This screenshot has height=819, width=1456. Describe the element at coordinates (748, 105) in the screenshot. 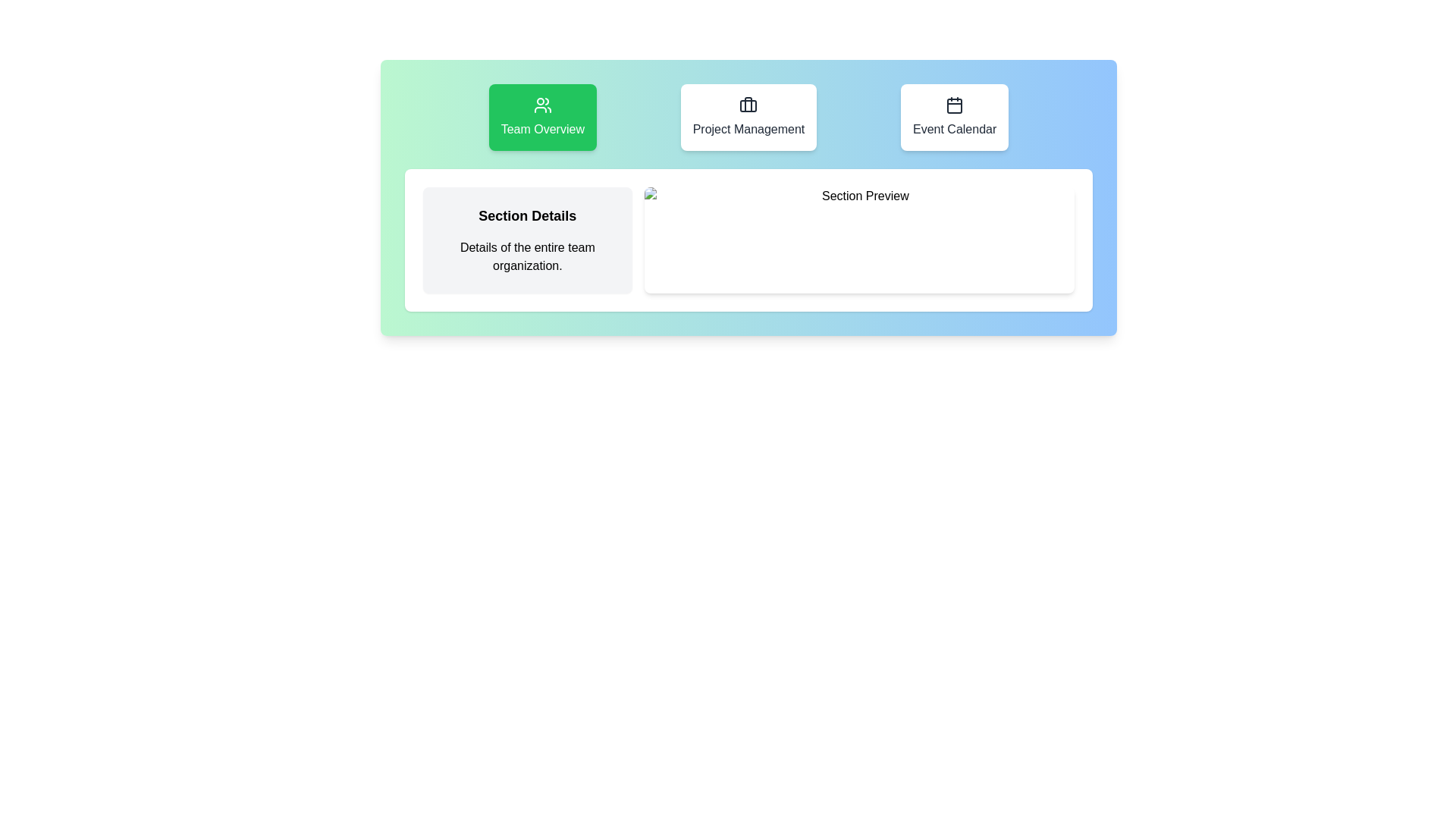

I see `the decorative SVG rectangle in the 'Project Management' section, which enhances visual appeal and user guidance` at that location.